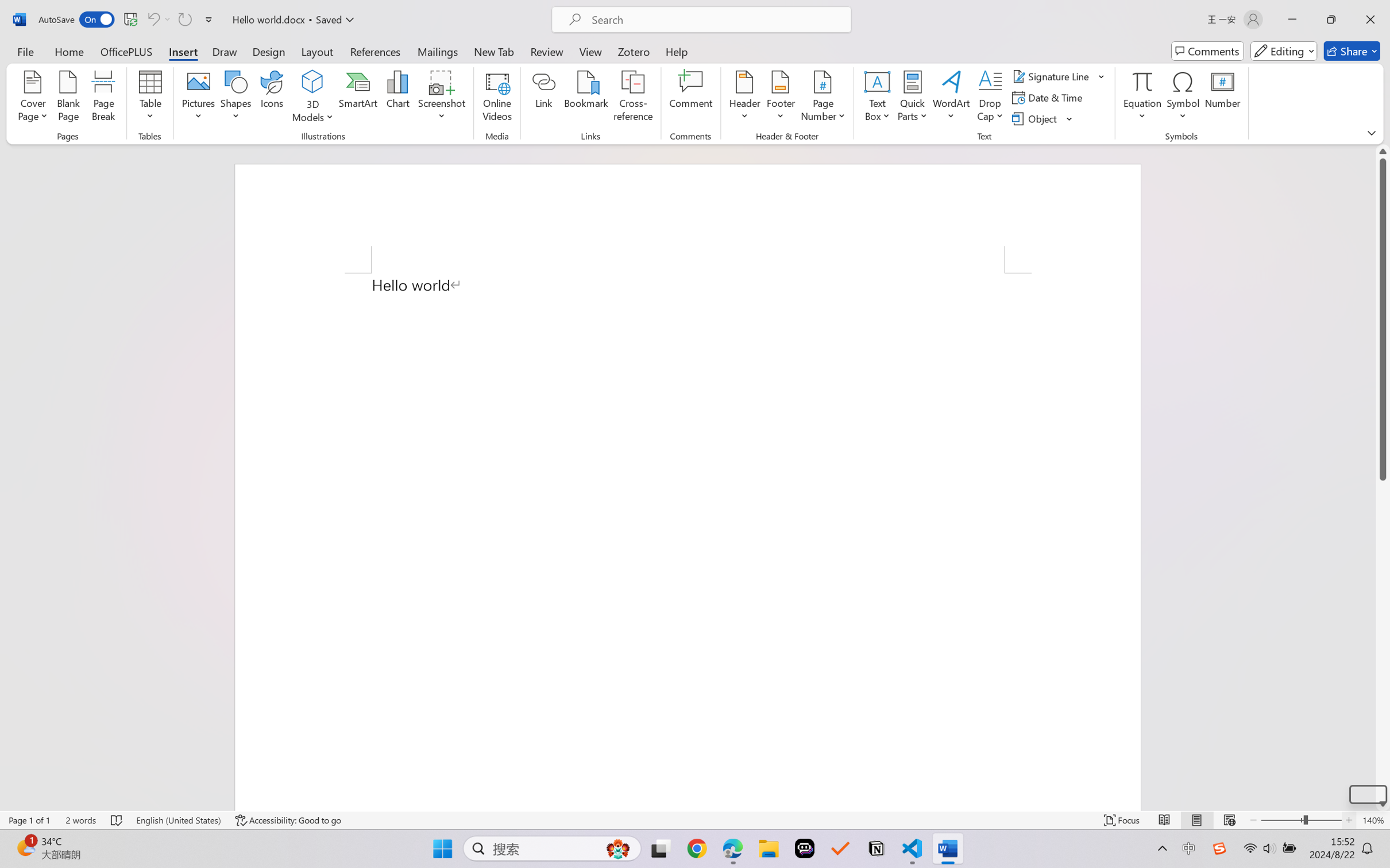 This screenshot has height=868, width=1390. Describe the element at coordinates (543, 98) in the screenshot. I see `'Link'` at that location.